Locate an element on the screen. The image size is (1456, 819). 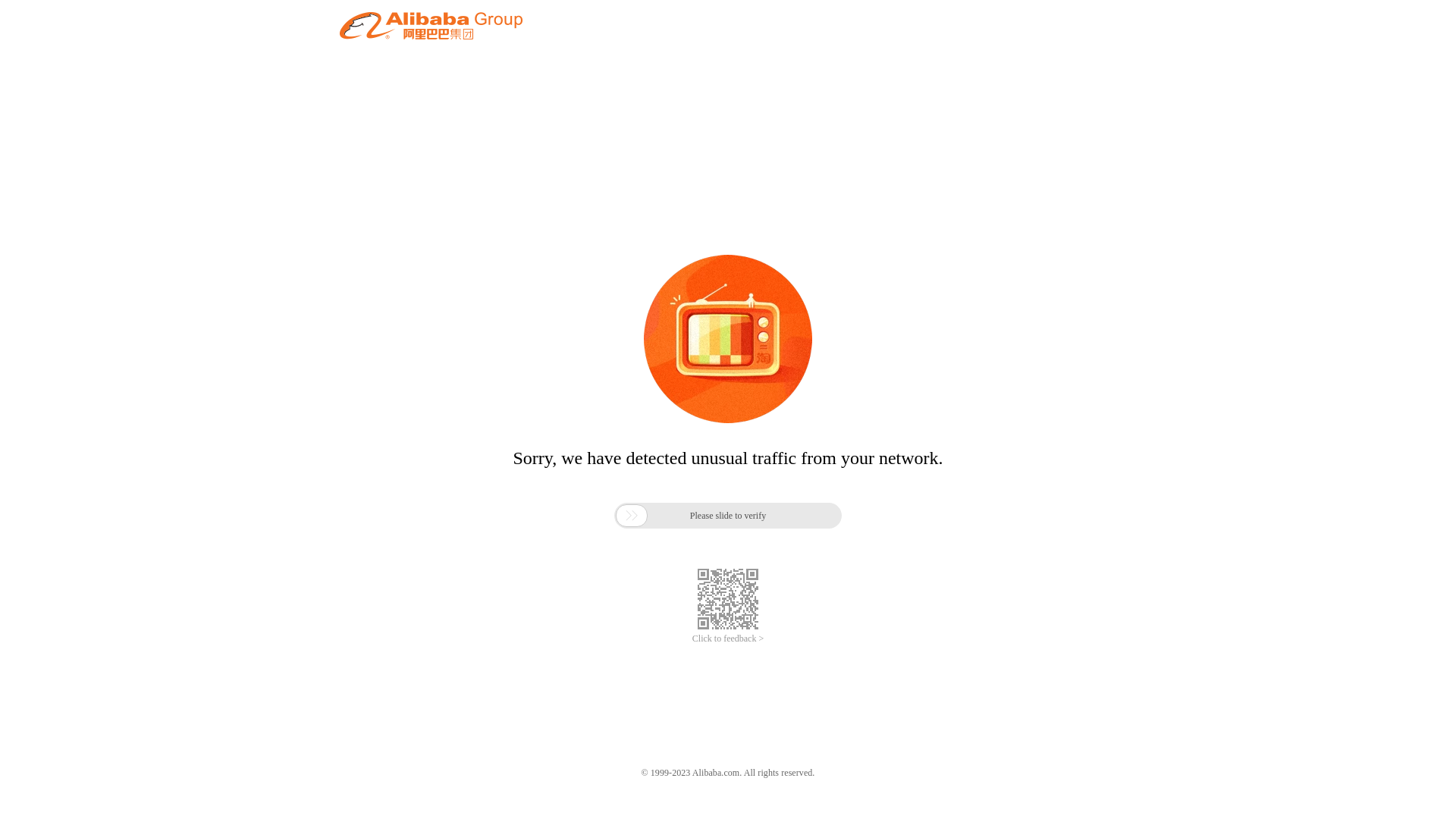
'Click to feedback >' is located at coordinates (728, 639).